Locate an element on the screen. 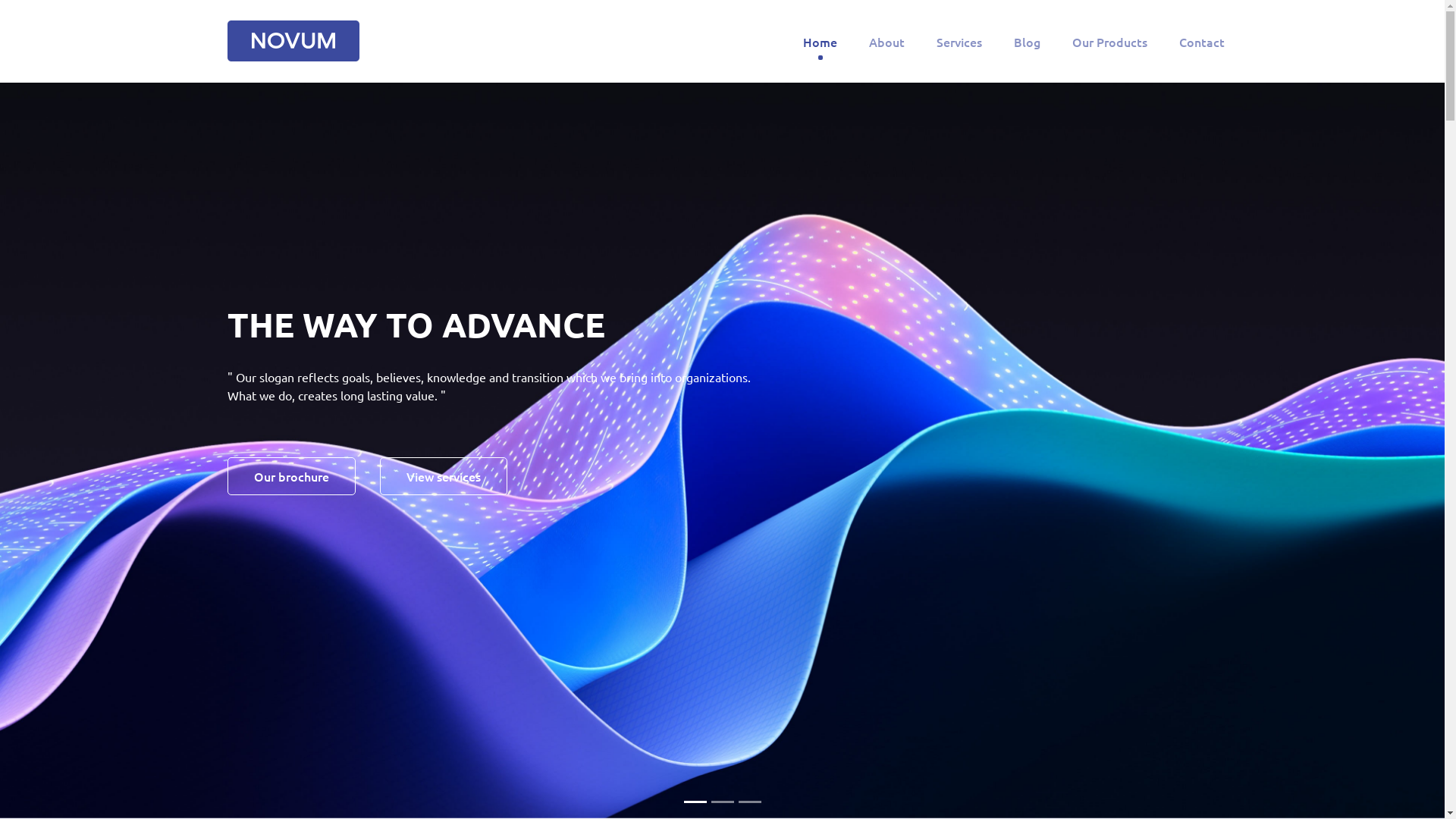  'About' is located at coordinates (886, 40).